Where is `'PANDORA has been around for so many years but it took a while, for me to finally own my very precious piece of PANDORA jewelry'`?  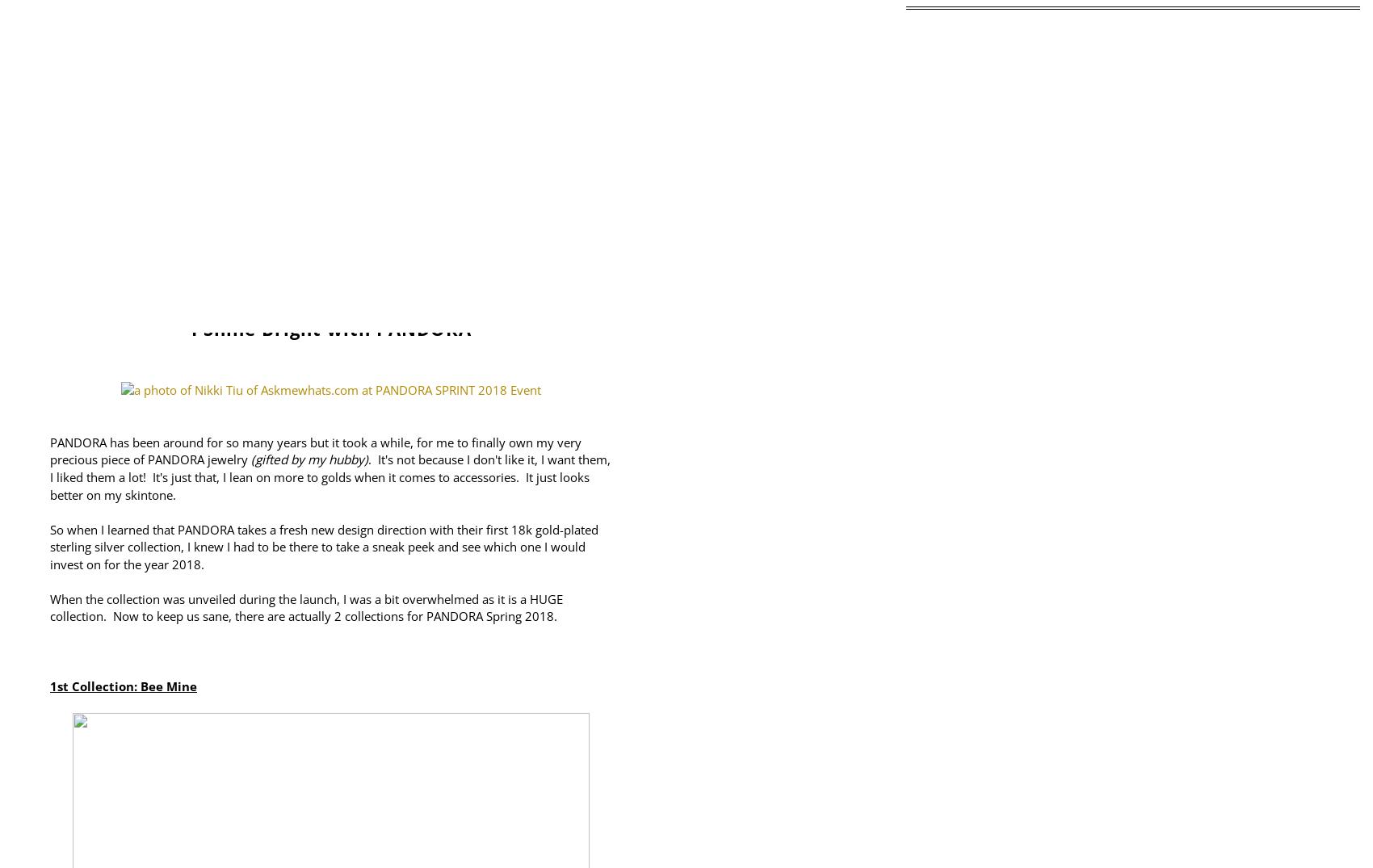 'PANDORA has been around for so many years but it took a while, for me to finally own my very precious piece of PANDORA jewelry' is located at coordinates (50, 451).